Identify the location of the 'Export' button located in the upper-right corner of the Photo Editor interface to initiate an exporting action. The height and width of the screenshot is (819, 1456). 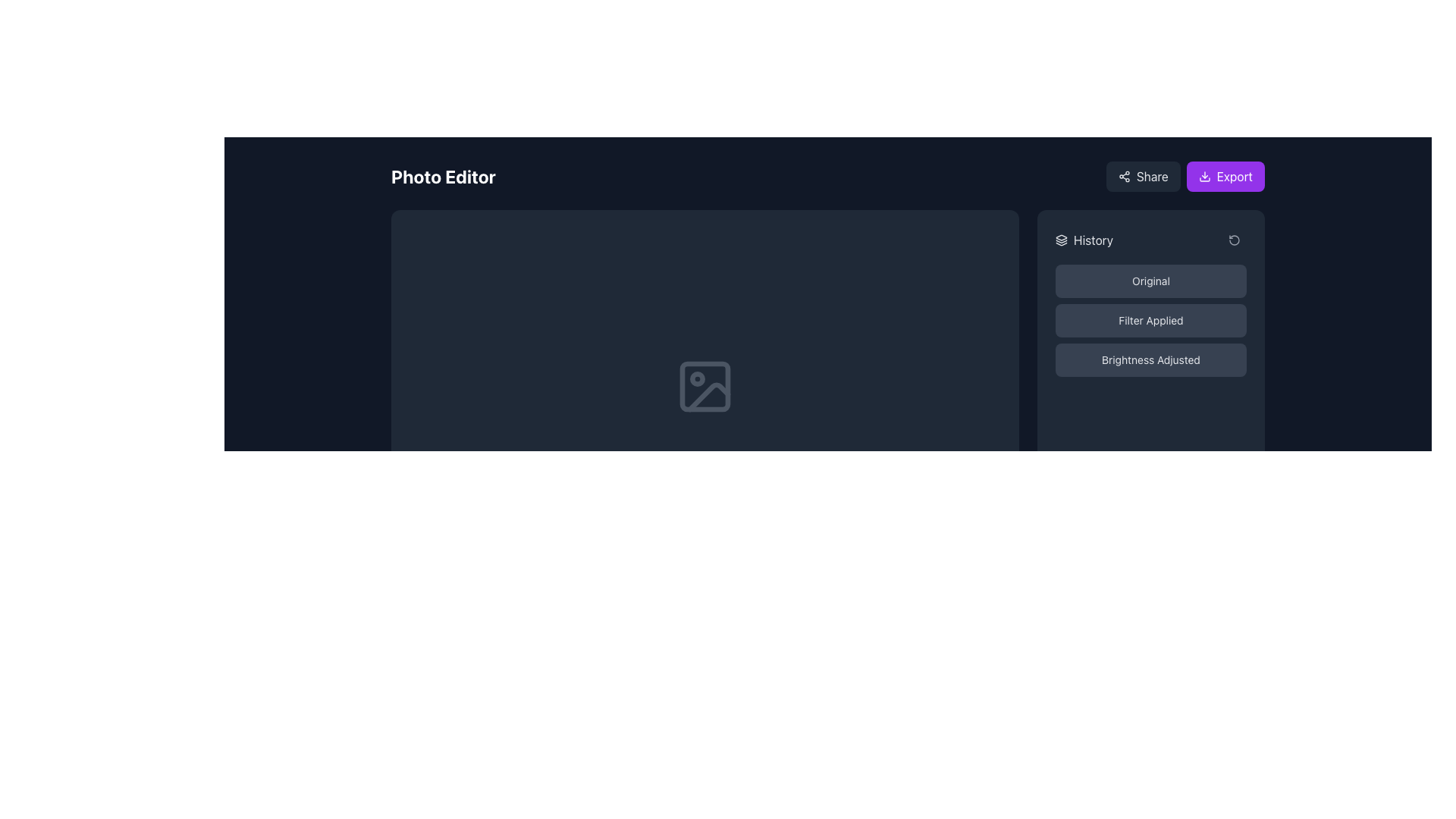
(1185, 175).